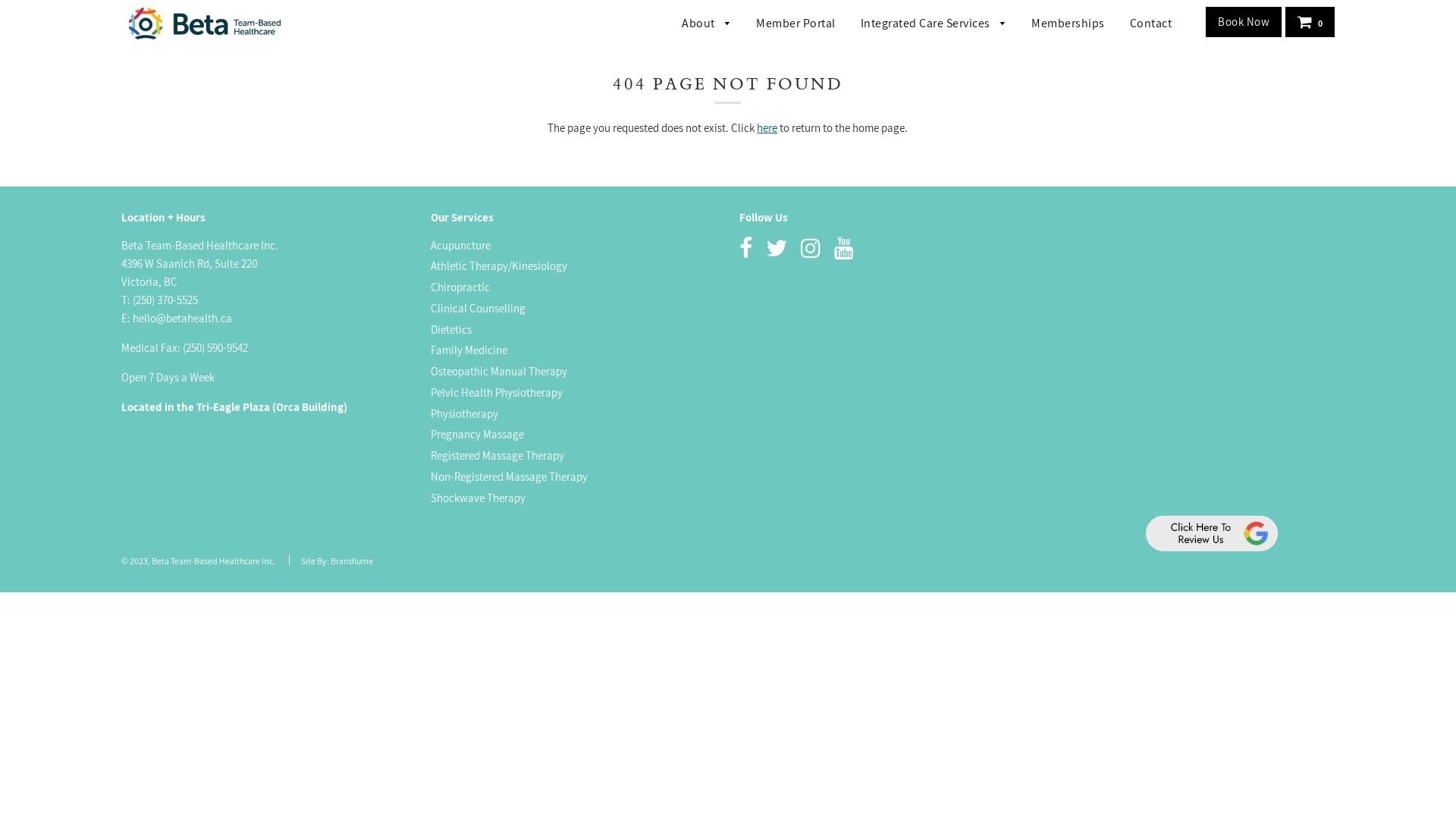 This screenshot has width=1456, height=819. Describe the element at coordinates (429, 371) in the screenshot. I see `'Osteopathic Manual Therapy'` at that location.